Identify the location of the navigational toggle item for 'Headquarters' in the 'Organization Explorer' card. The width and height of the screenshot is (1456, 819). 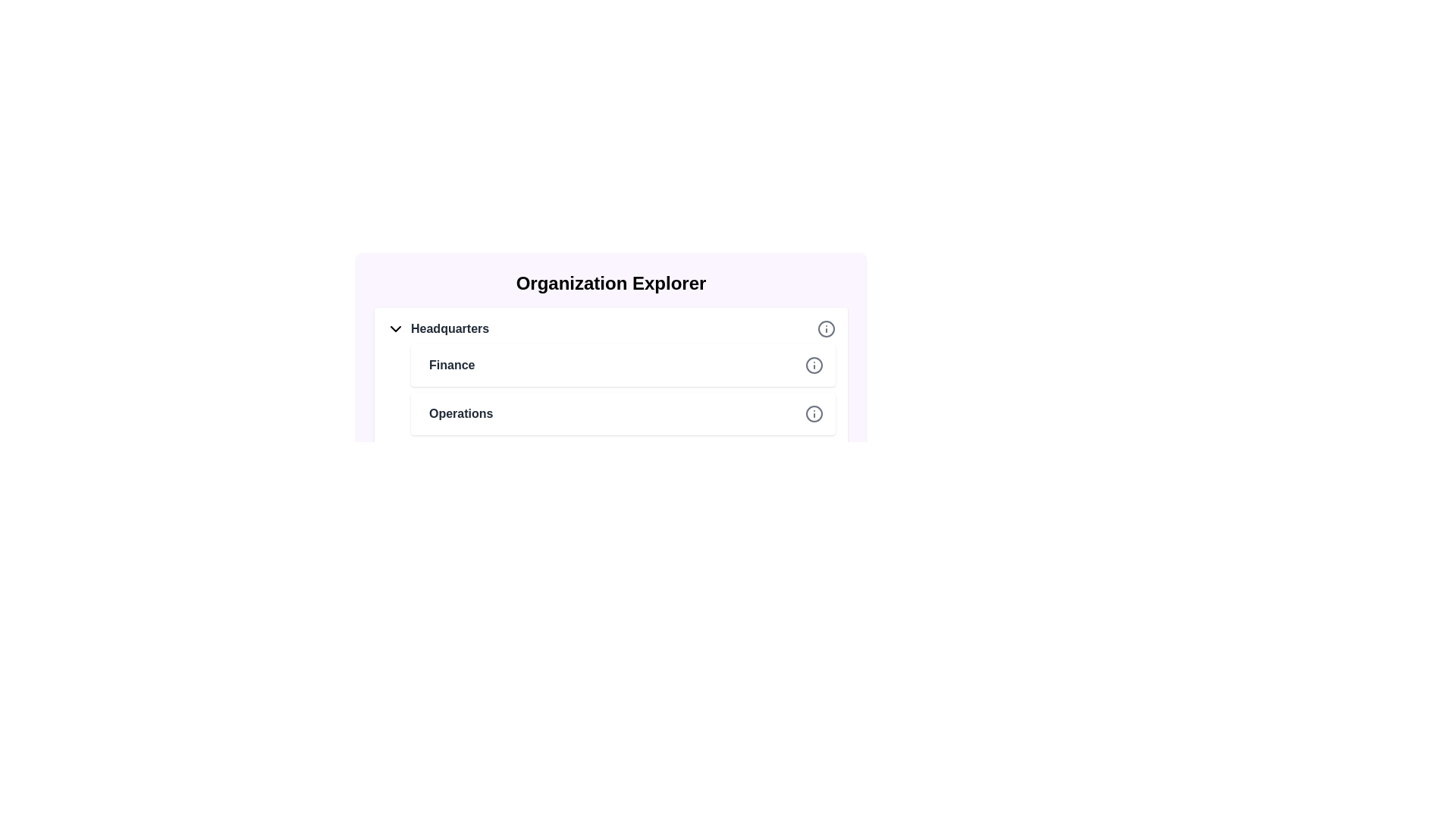
(611, 328).